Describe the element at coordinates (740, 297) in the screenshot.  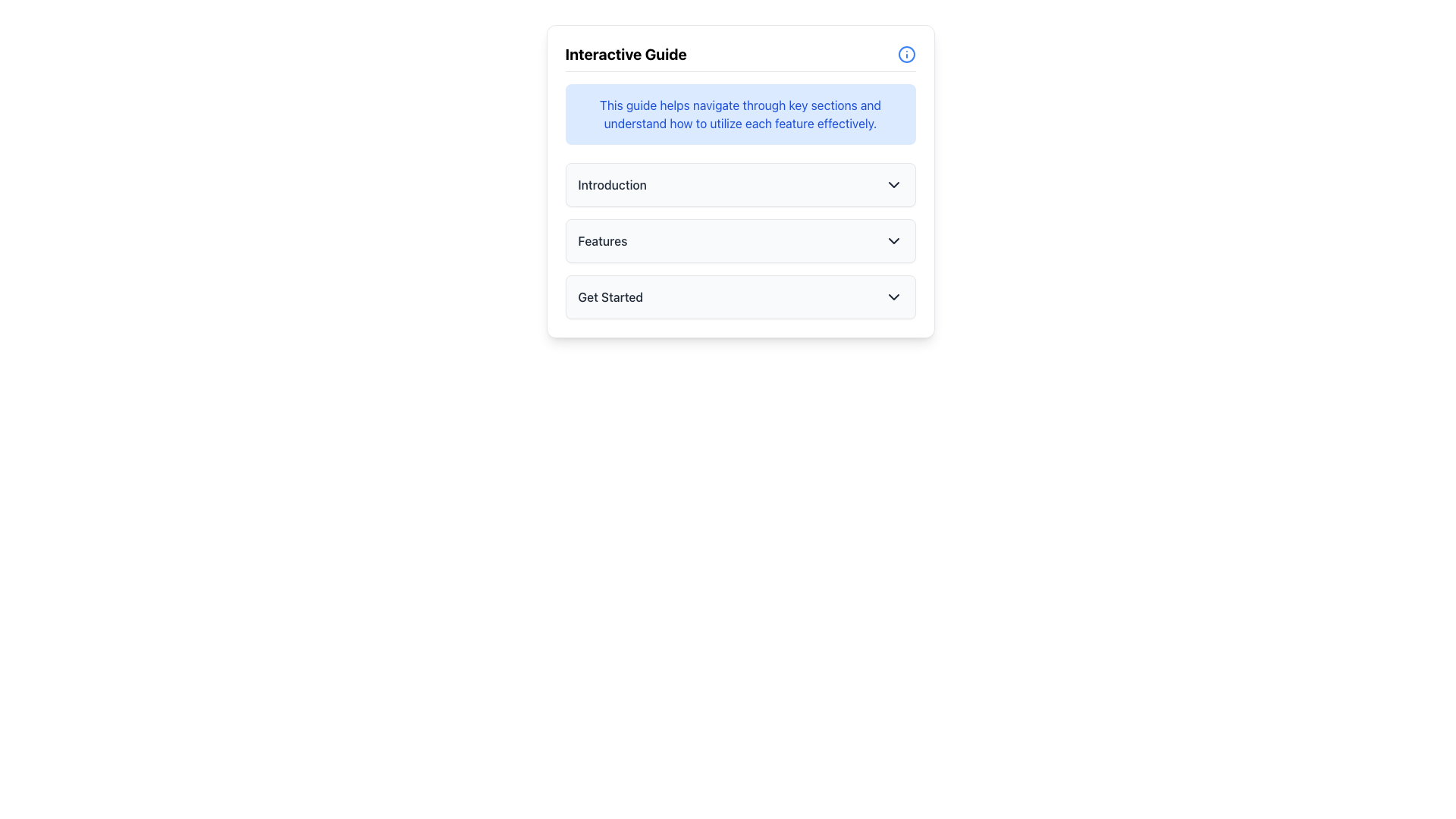
I see `the selectable card or button located below the 'Features' card in the vertical list` at that location.